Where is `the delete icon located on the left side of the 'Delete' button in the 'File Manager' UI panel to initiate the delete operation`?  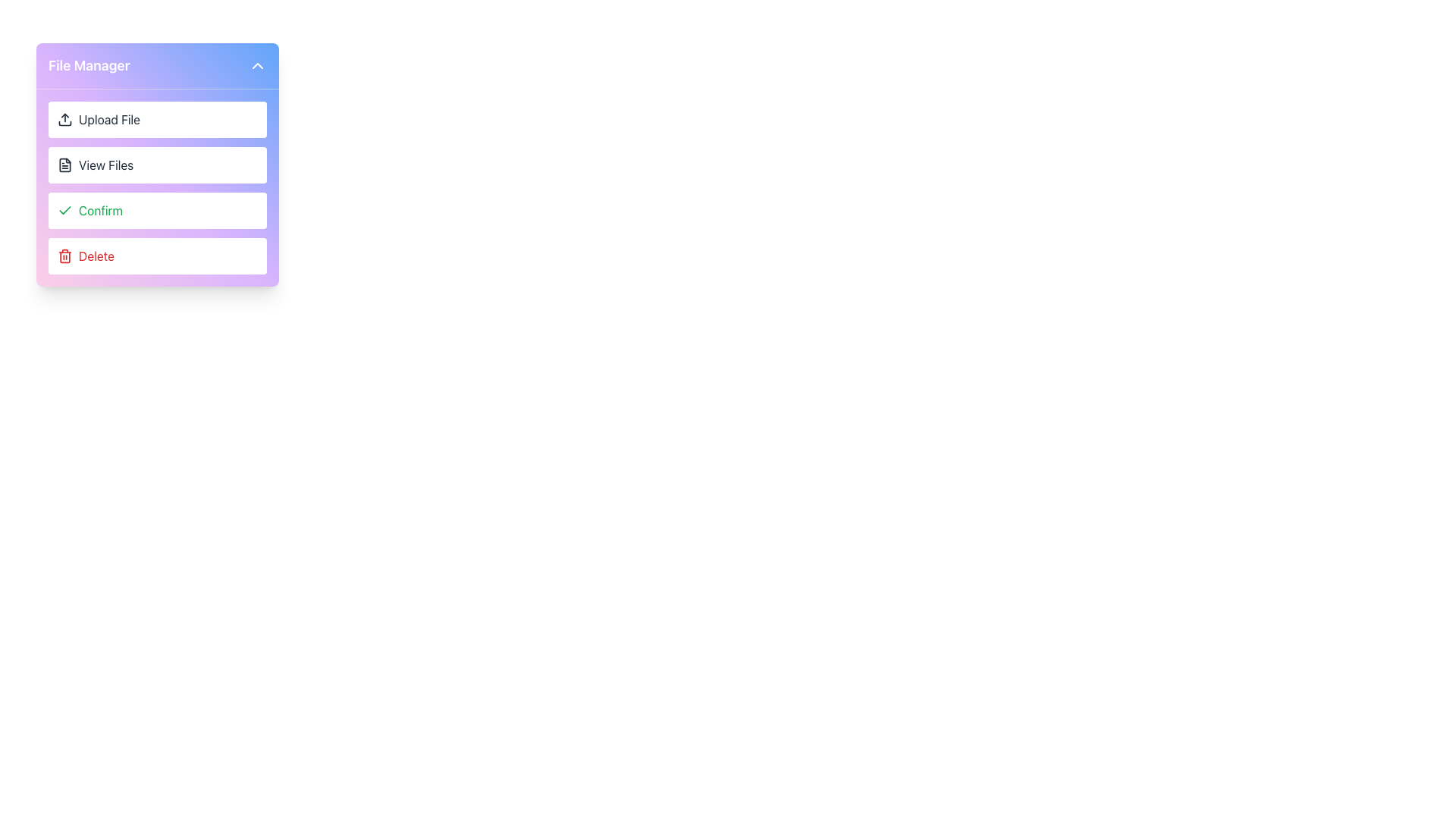 the delete icon located on the left side of the 'Delete' button in the 'File Manager' UI panel to initiate the delete operation is located at coordinates (64, 256).